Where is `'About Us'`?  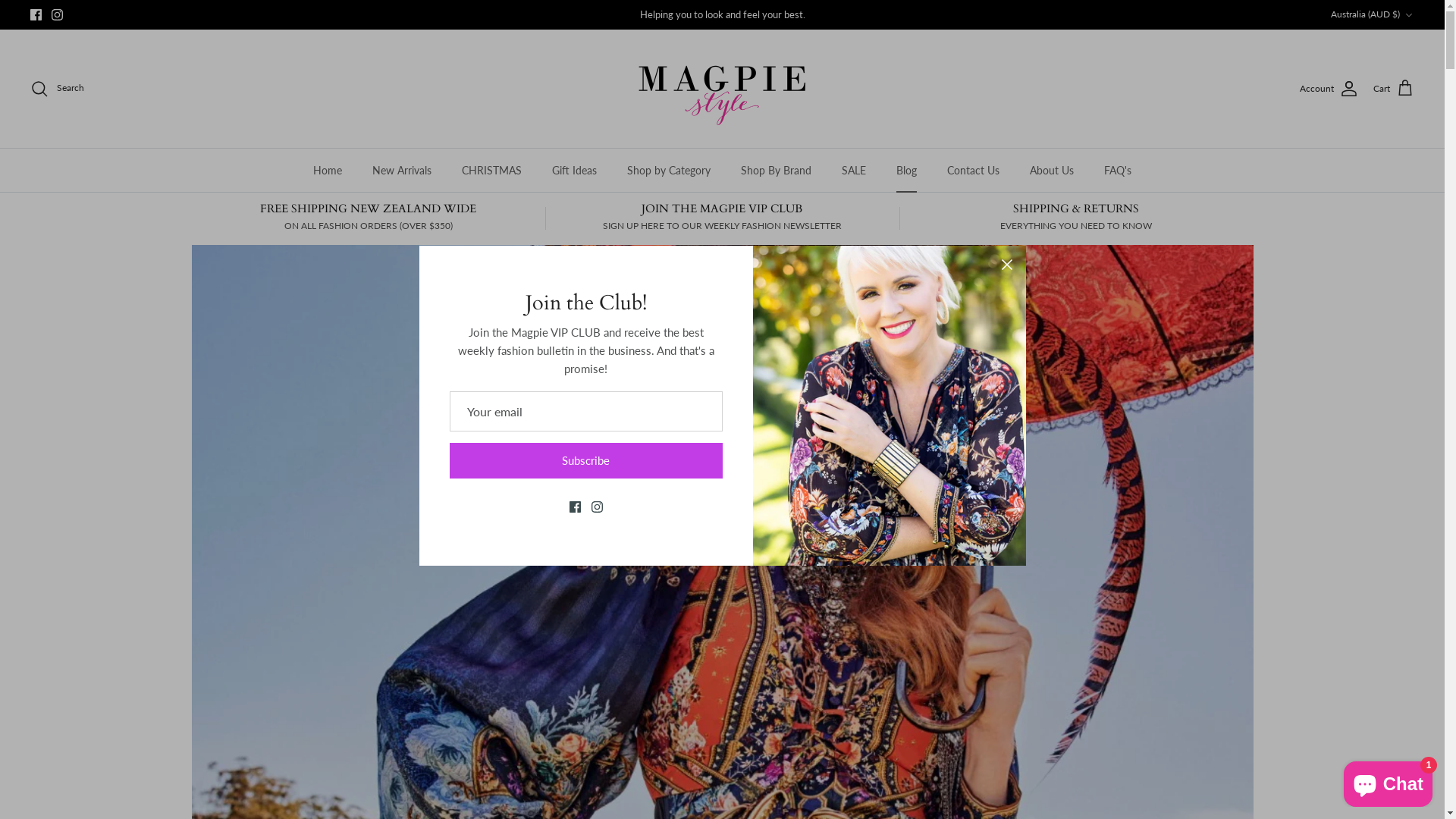
'About Us' is located at coordinates (1051, 170).